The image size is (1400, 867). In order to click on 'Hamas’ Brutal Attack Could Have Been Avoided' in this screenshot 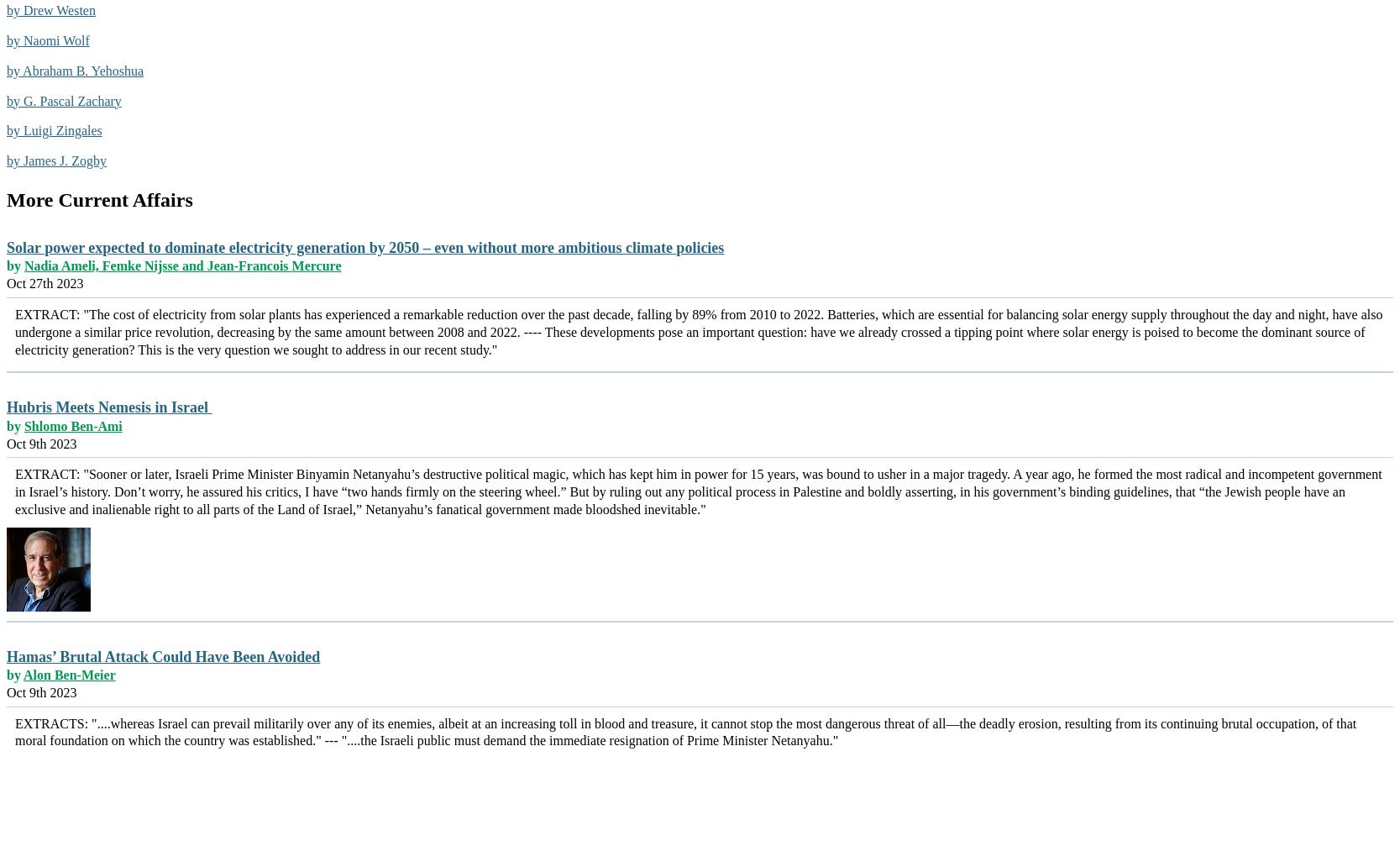, I will do `click(162, 656)`.